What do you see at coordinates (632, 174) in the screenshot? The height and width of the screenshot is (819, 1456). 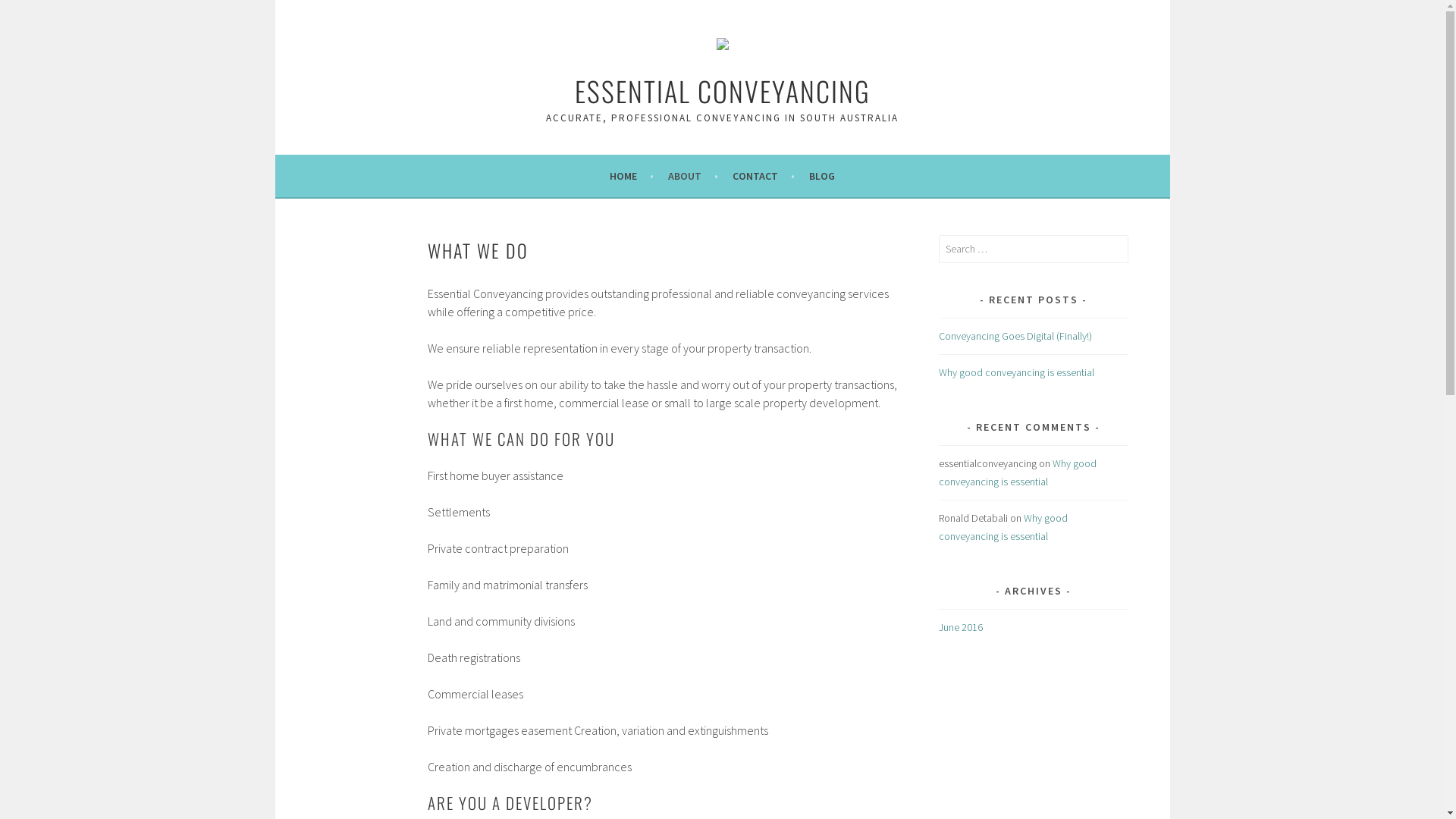 I see `'HOME'` at bounding box center [632, 174].